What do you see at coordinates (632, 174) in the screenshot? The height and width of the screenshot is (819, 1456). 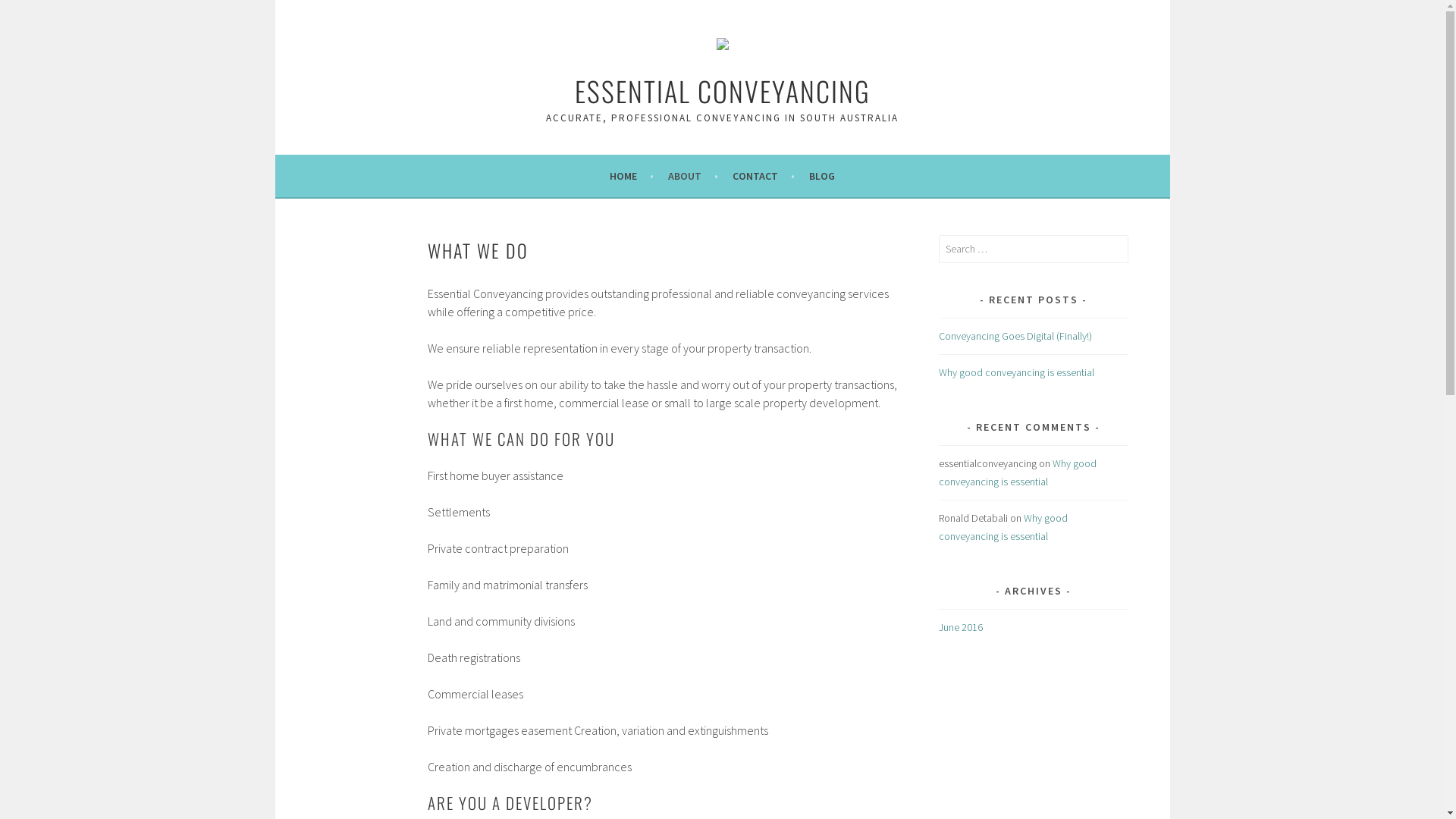 I see `'HOME'` at bounding box center [632, 174].